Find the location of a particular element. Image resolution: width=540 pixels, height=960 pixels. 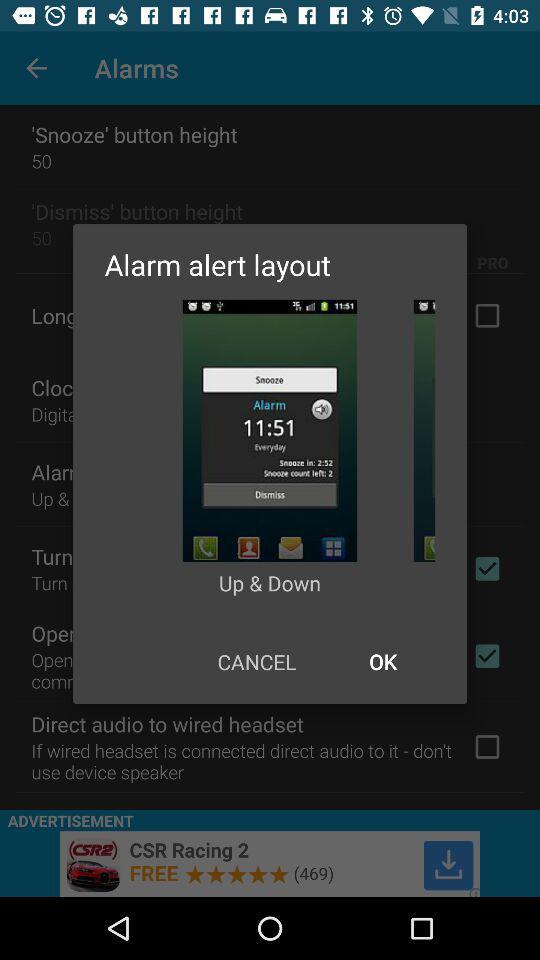

the item to the left of the ok icon is located at coordinates (256, 661).